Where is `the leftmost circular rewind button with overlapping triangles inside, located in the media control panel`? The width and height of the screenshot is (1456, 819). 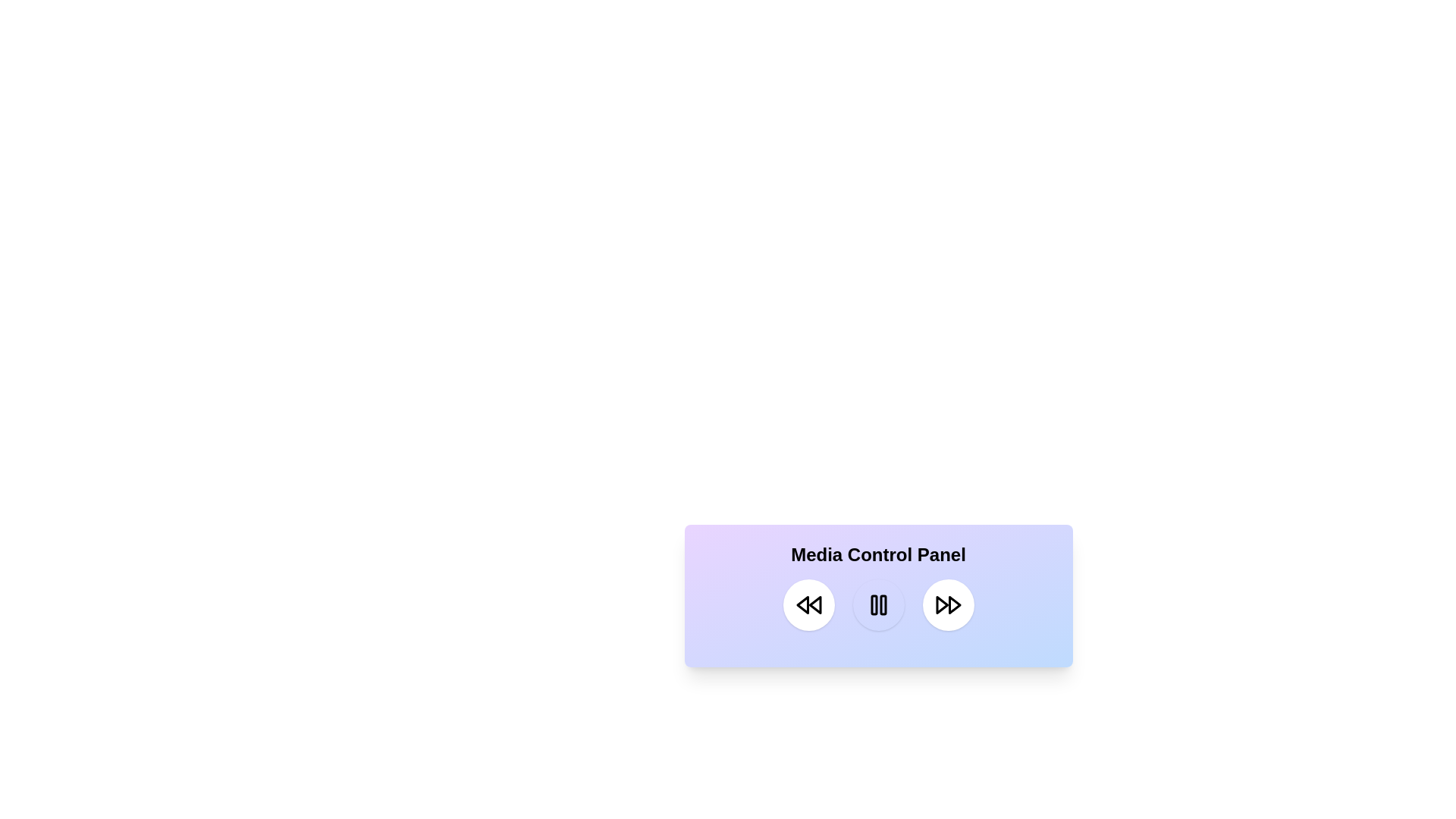 the leftmost circular rewind button with overlapping triangles inside, located in the media control panel is located at coordinates (808, 604).